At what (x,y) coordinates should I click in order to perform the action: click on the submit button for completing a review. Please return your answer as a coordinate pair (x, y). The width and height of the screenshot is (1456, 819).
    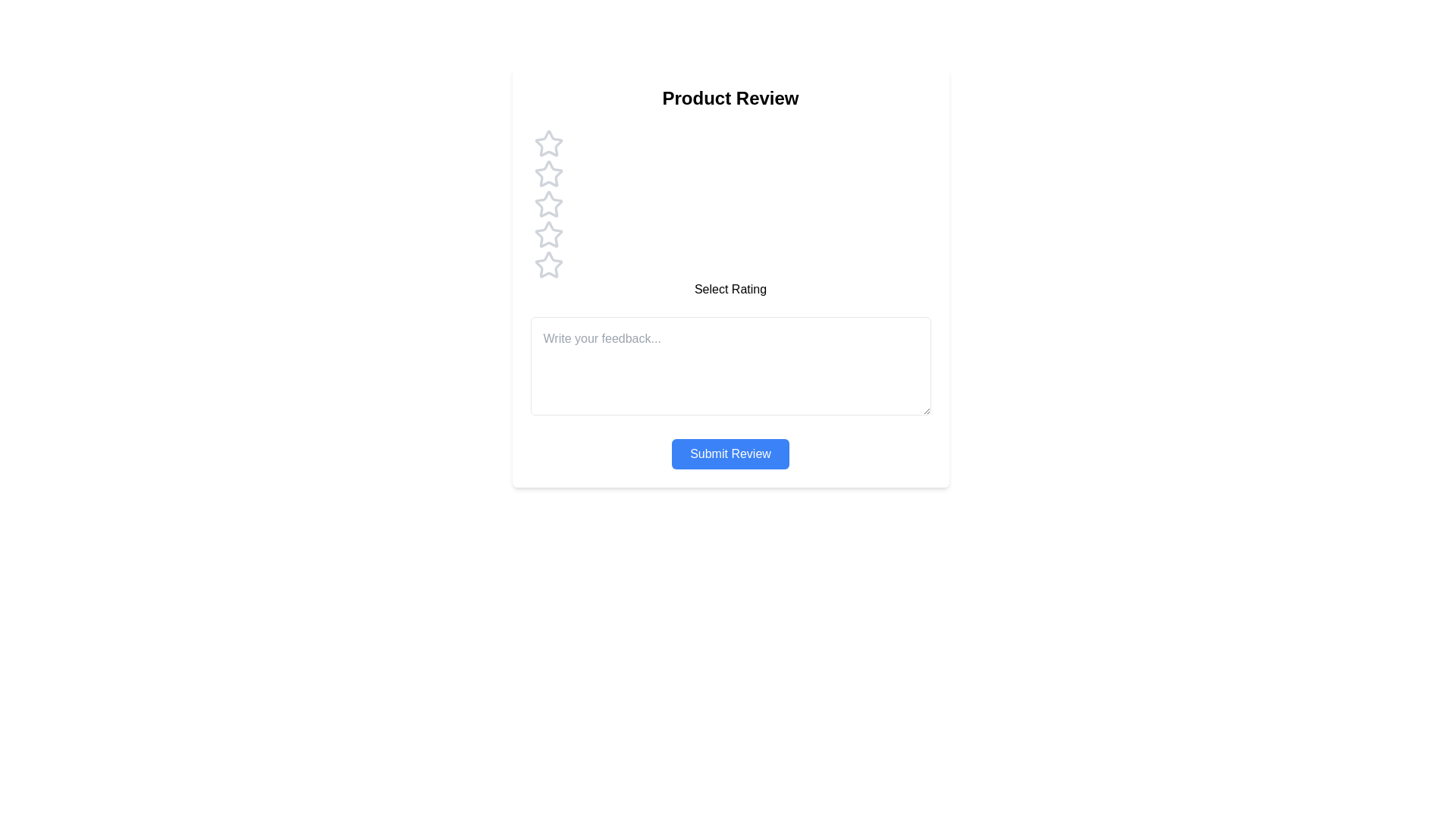
    Looking at the image, I should click on (730, 453).